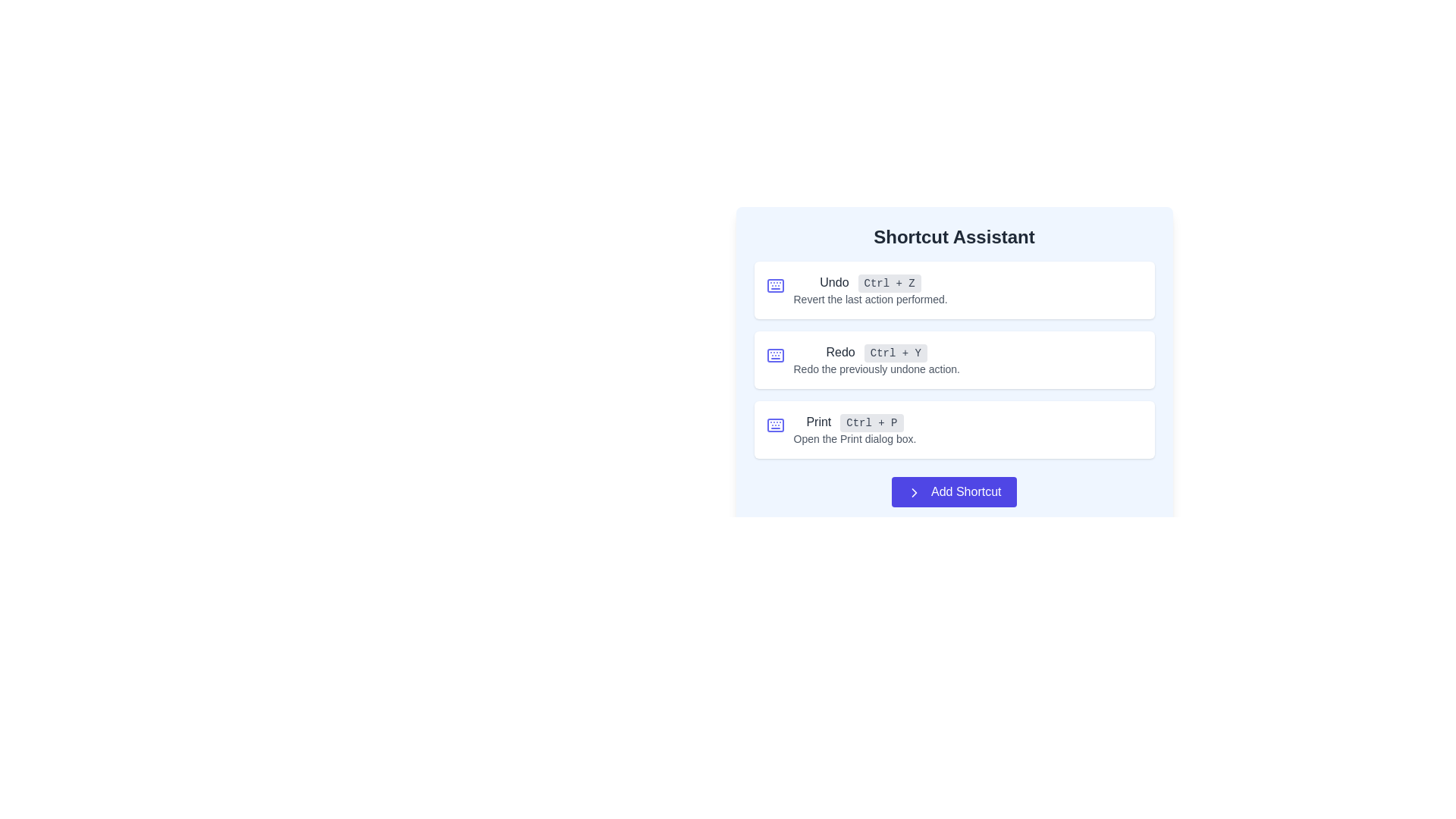 The height and width of the screenshot is (819, 1456). What do you see at coordinates (775, 425) in the screenshot?
I see `the 'Print' icon located on the far left of the third shortcut block, aligned with the title 'Print Ctrl + P'` at bounding box center [775, 425].